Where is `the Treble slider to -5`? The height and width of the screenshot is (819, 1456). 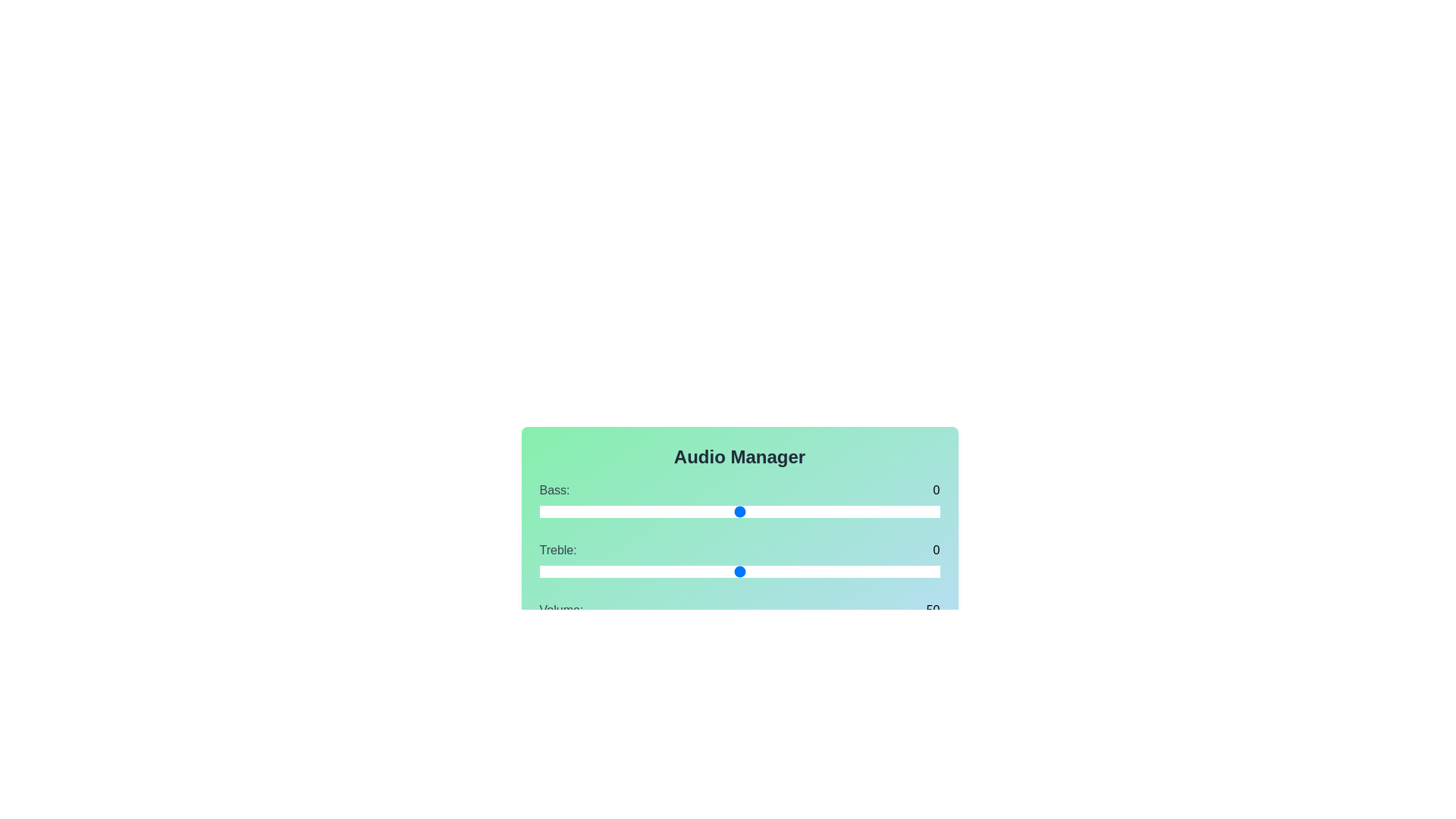 the Treble slider to -5 is located at coordinates (639, 571).